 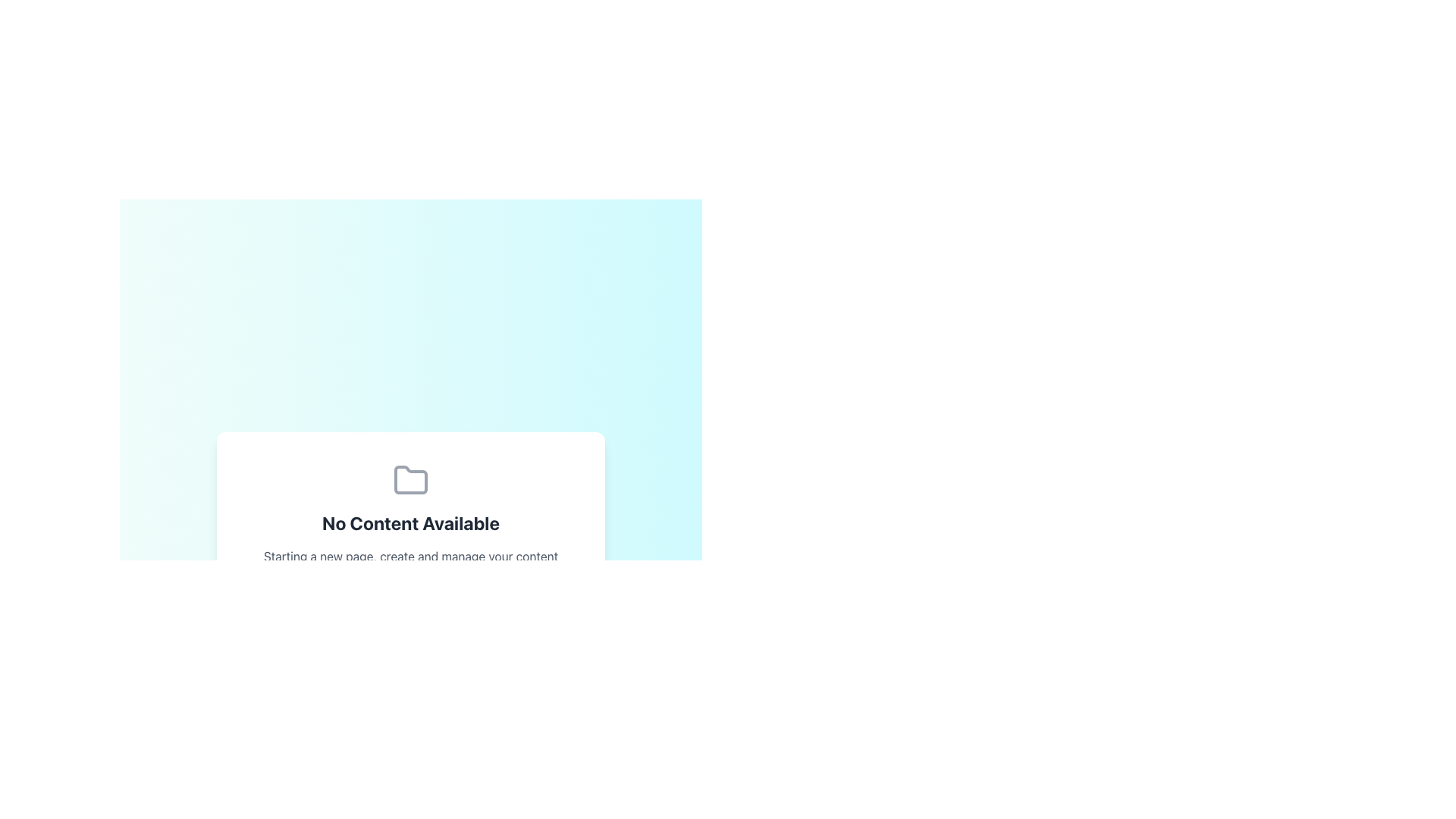 What do you see at coordinates (411, 565) in the screenshot?
I see `the static text element that reads 'Starting a new page, create and manage your content effectively.' which is located below the bold headline 'No Content Available.'` at bounding box center [411, 565].